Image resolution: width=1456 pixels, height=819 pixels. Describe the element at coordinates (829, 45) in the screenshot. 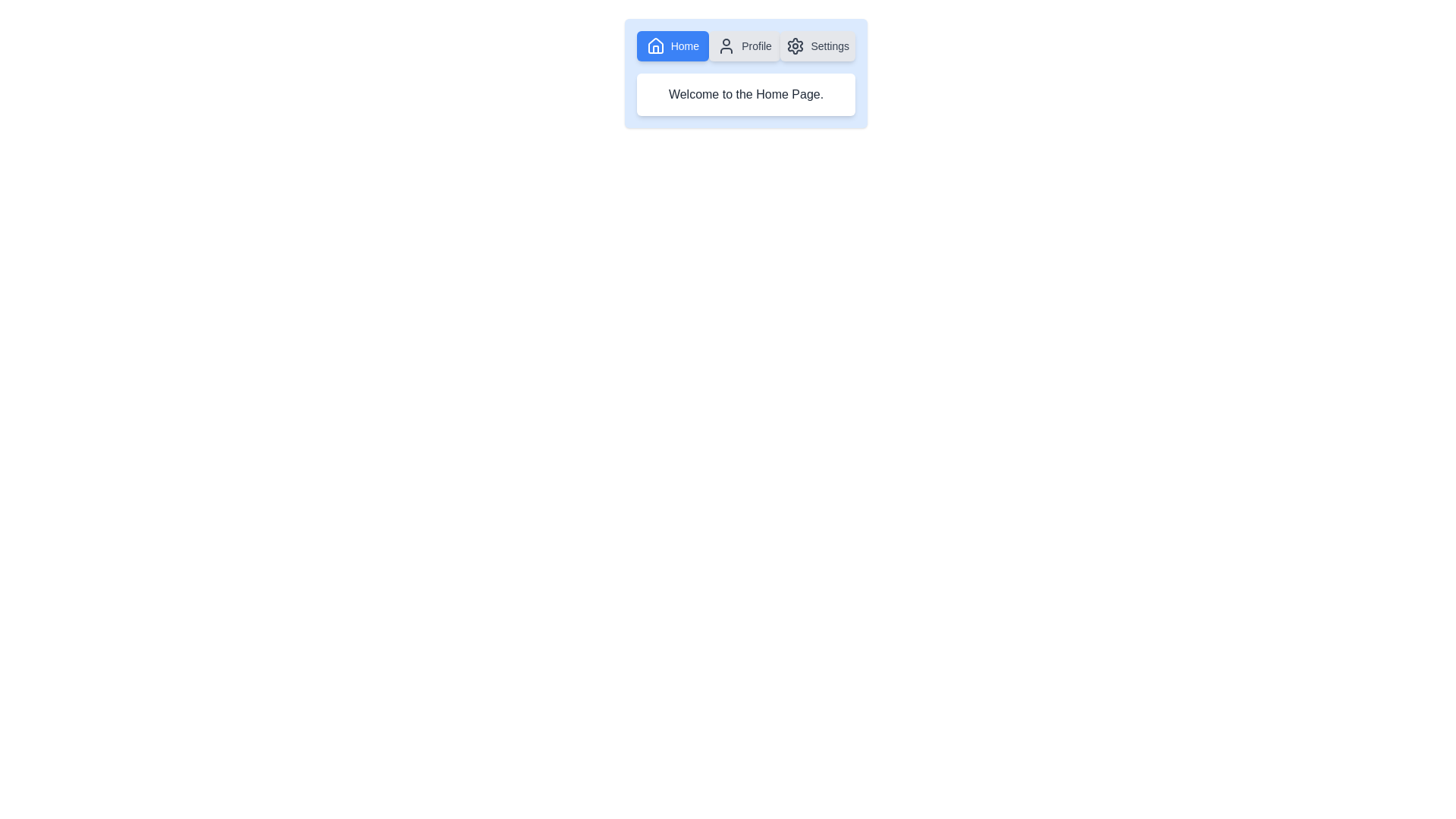

I see `the 'Settings' text label, which is the last element in the horizontal navigation bar used for accessing settings-related options` at that location.